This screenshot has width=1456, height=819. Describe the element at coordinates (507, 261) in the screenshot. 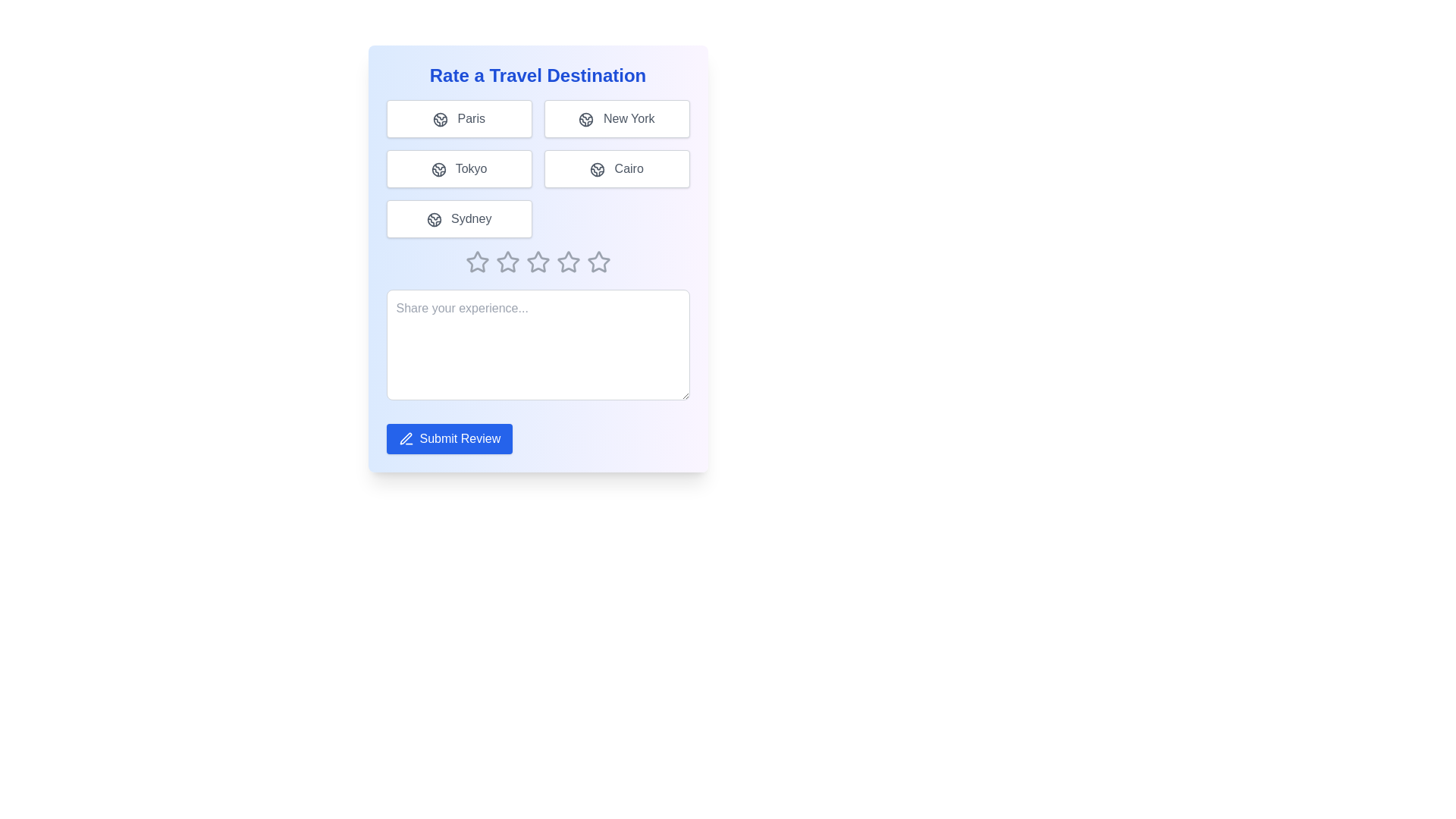

I see `the second star-shaped icon with a gray outline` at that location.